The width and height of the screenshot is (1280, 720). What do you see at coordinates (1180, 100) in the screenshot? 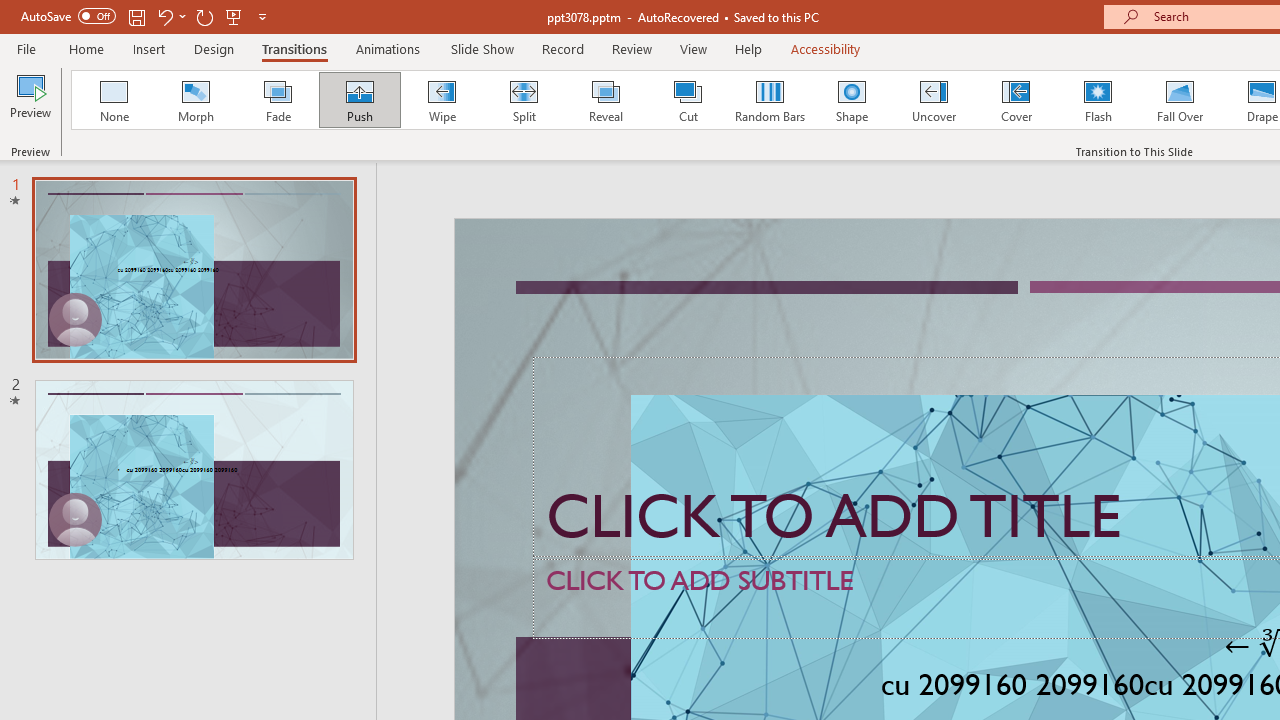
I see `'Fall Over'` at bounding box center [1180, 100].